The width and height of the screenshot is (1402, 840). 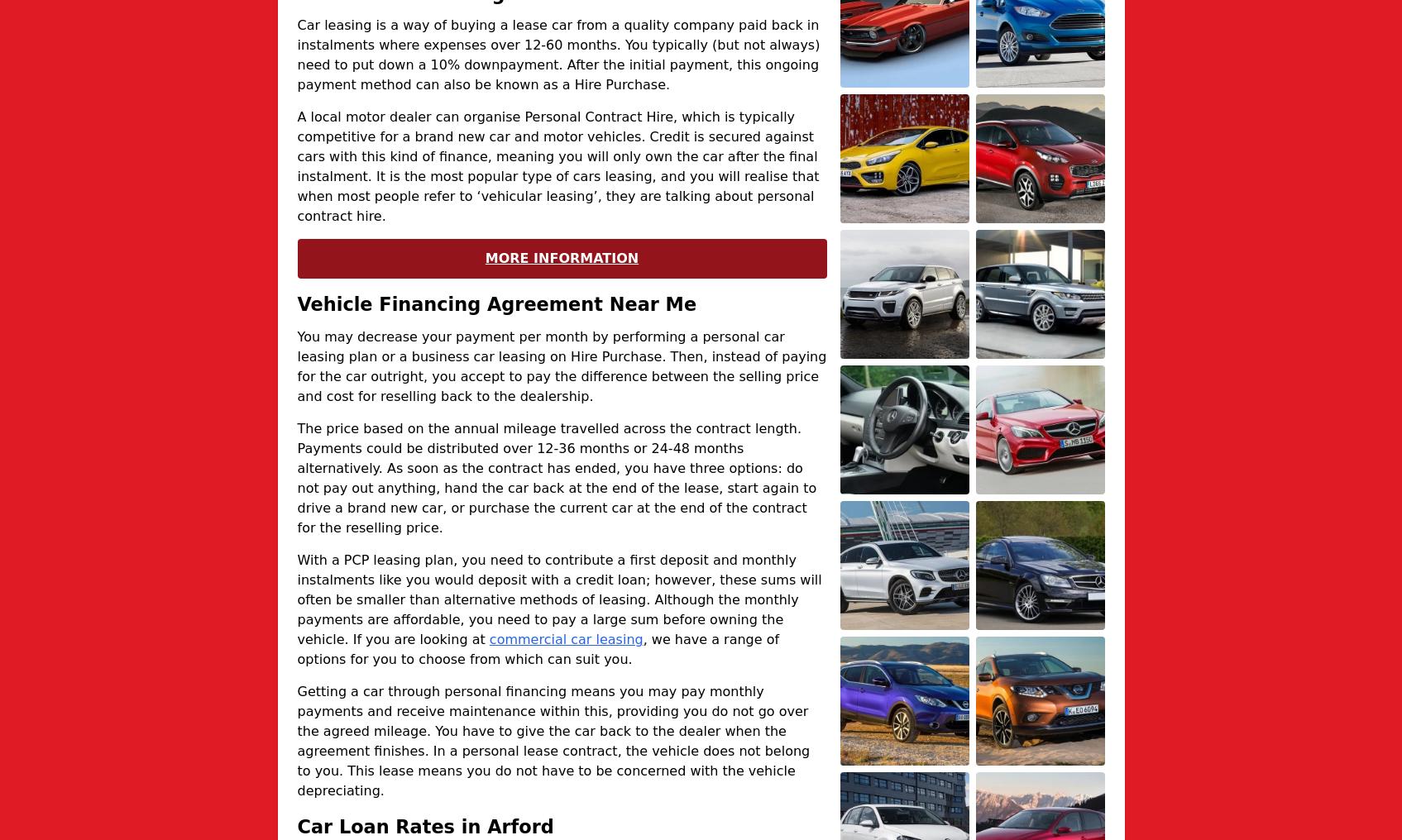 What do you see at coordinates (296, 365) in the screenshot?
I see `'You may decrease your payment per month by performing a personal car leasing plan or a business car leasing on Hire Purchase. Then, instead of paying for the car outright, you accept to pay the difference between the selling price and cost for reselling back to the dealership.'` at bounding box center [296, 365].